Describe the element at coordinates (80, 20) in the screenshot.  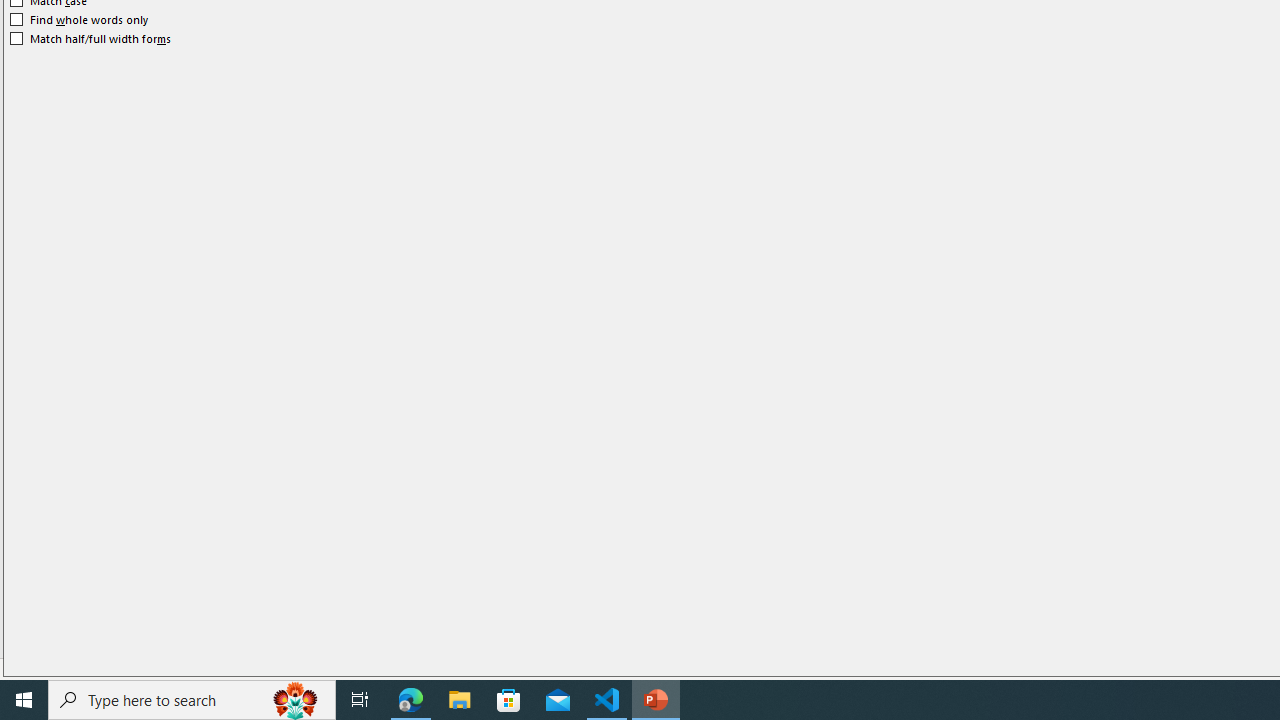
I see `'Find whole words only'` at that location.